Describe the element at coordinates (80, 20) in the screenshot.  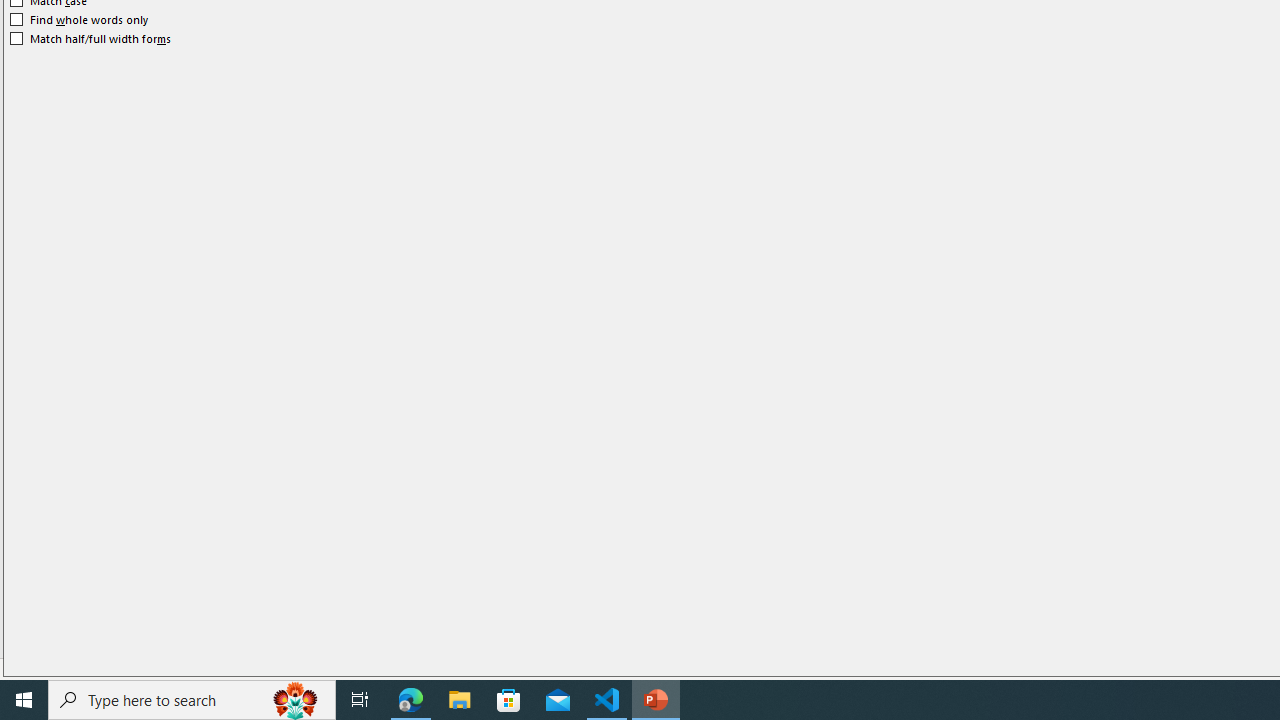
I see `'Find whole words only'` at that location.